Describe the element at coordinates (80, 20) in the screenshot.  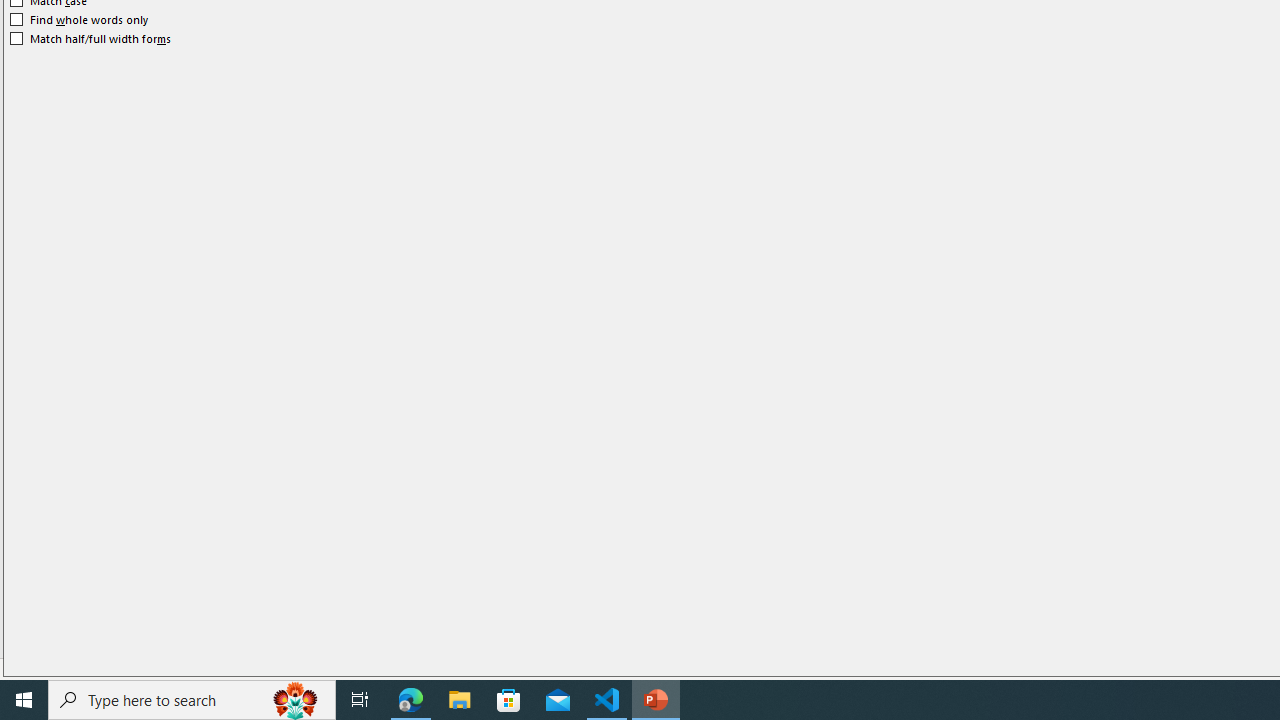
I see `'Find whole words only'` at that location.